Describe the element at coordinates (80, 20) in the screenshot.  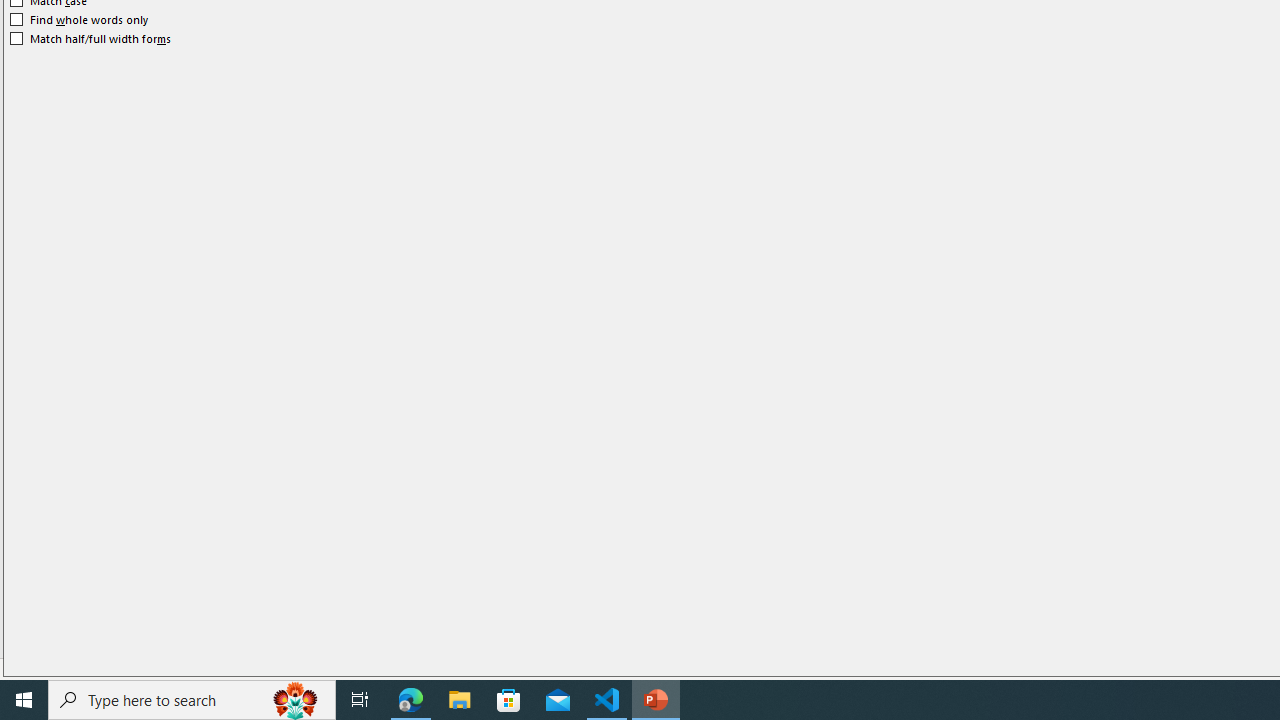
I see `'Find whole words only'` at that location.